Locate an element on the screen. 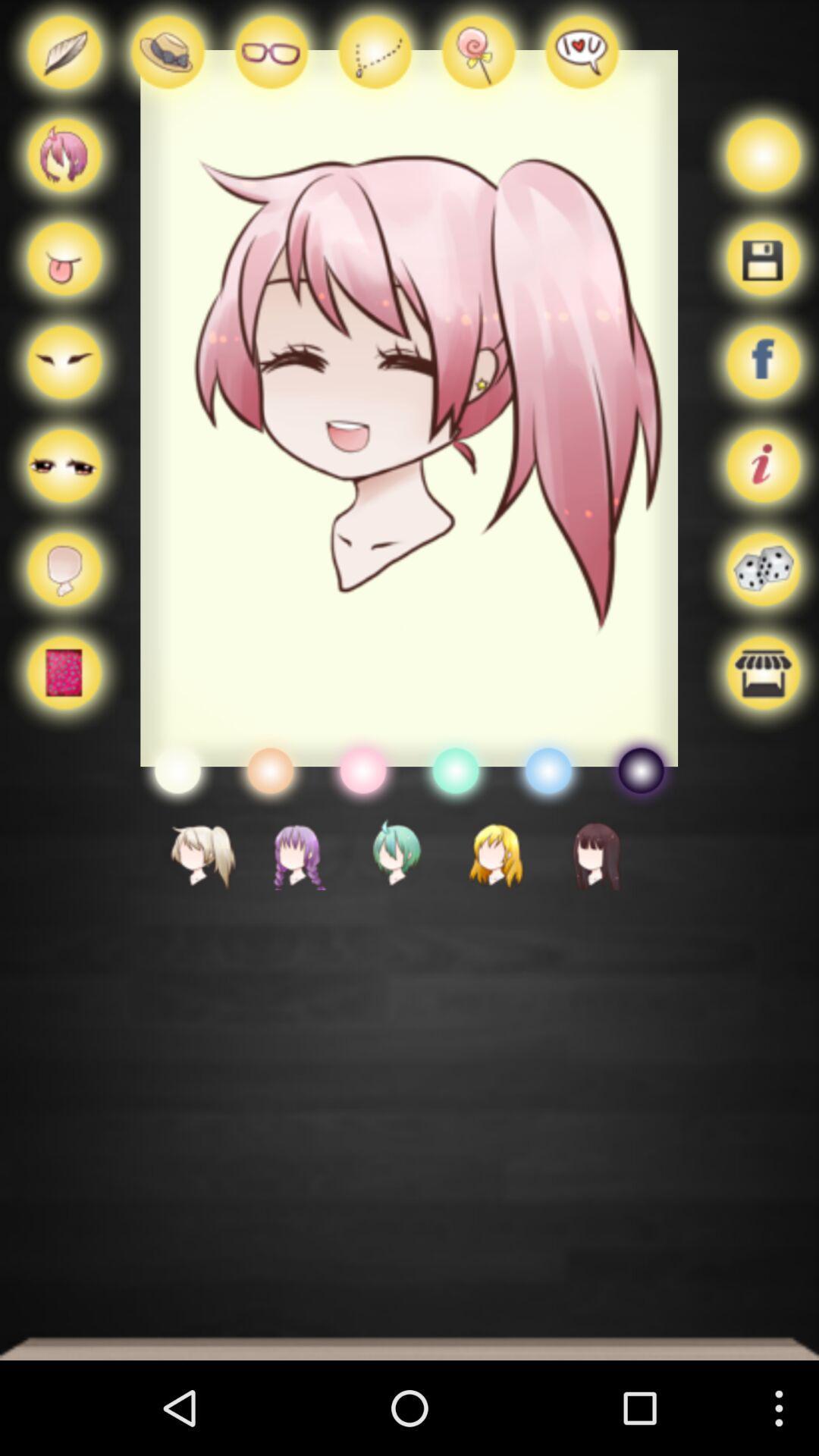 The width and height of the screenshot is (819, 1456). the twitter icon is located at coordinates (176, 824).